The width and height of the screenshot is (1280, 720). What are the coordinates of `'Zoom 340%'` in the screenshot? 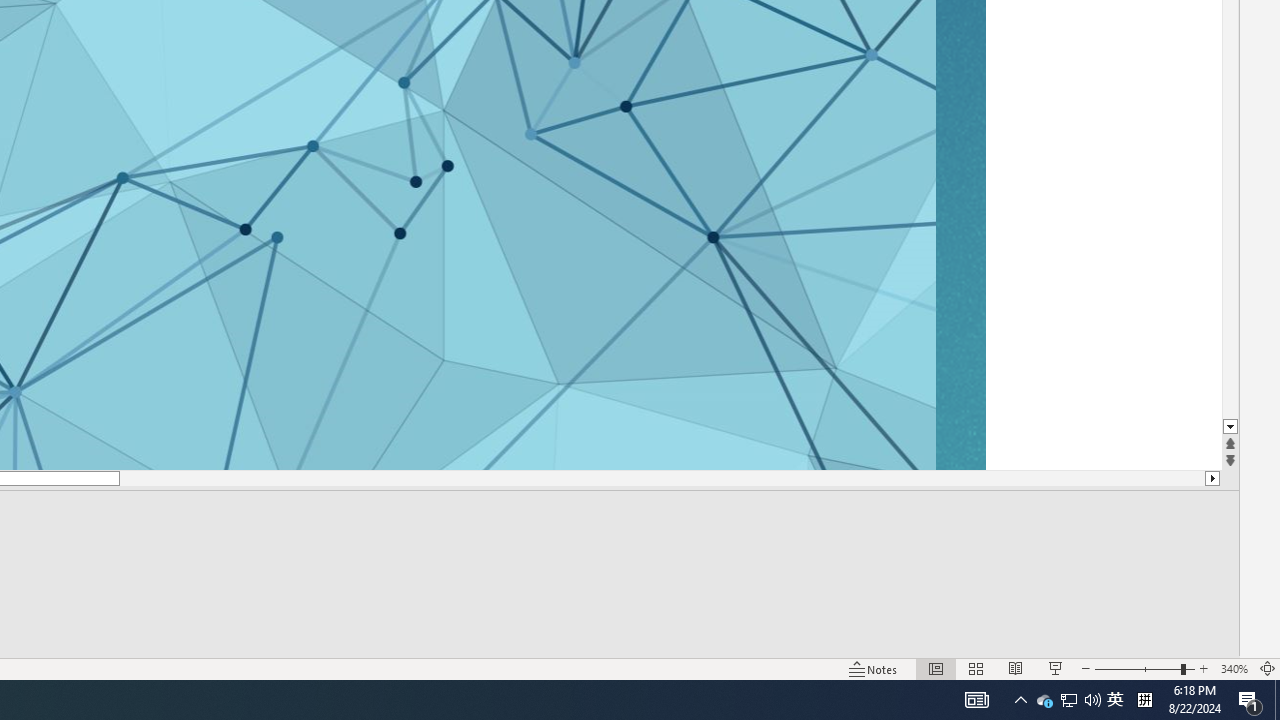 It's located at (1233, 669).